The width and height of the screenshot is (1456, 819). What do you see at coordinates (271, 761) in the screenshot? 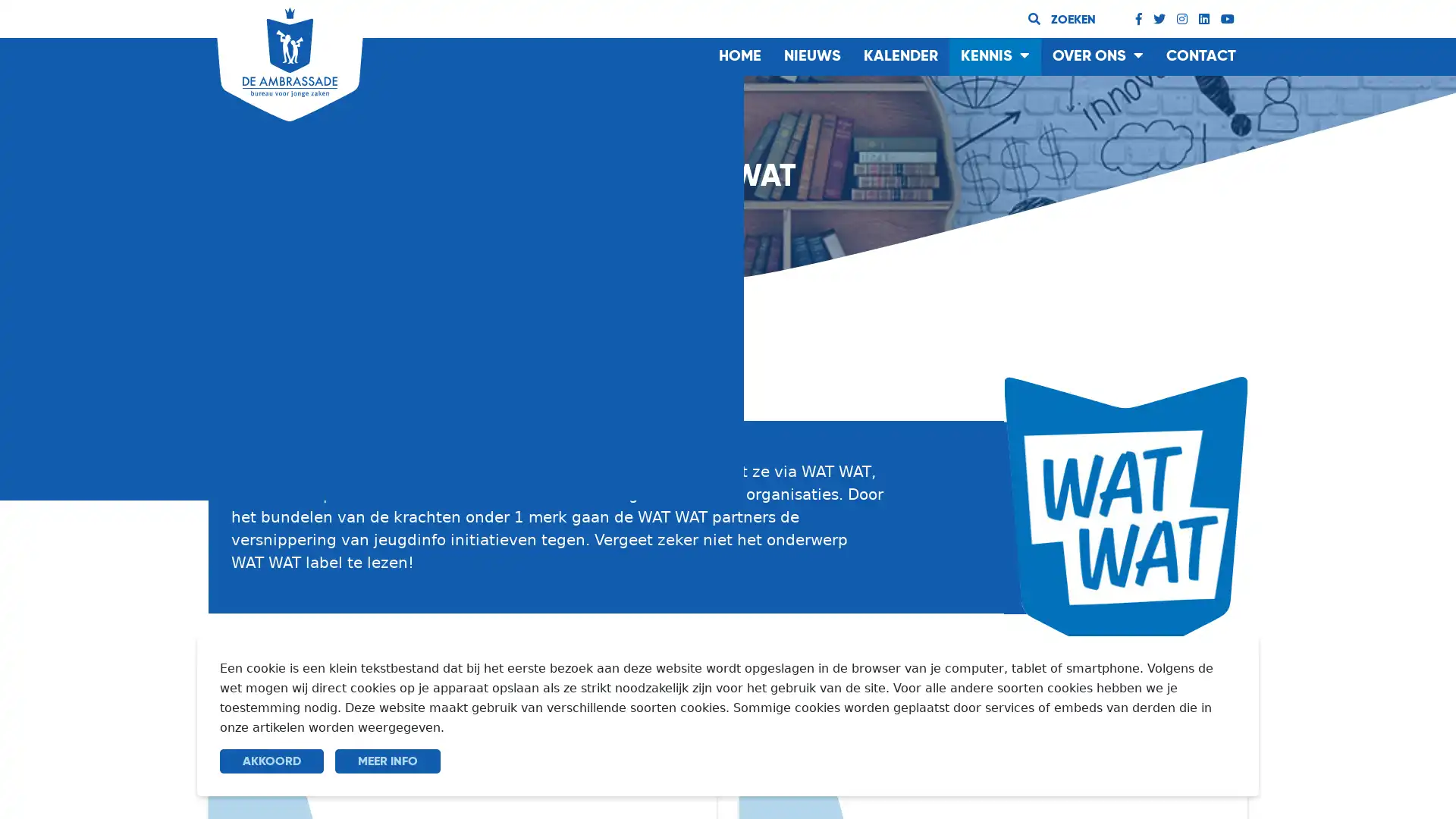
I see `AKKOORD` at bounding box center [271, 761].